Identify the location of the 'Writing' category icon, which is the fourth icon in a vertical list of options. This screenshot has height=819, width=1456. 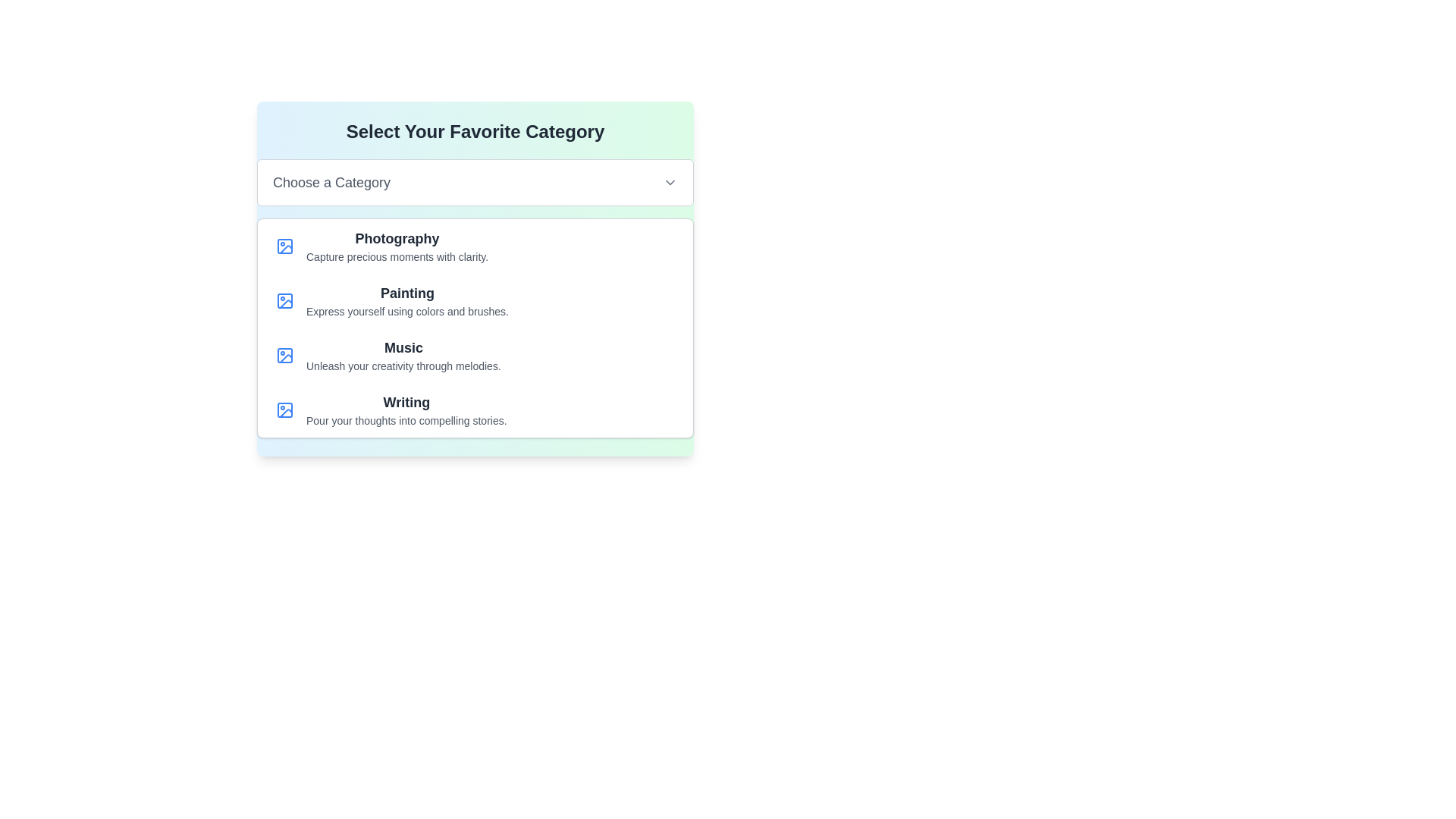
(284, 409).